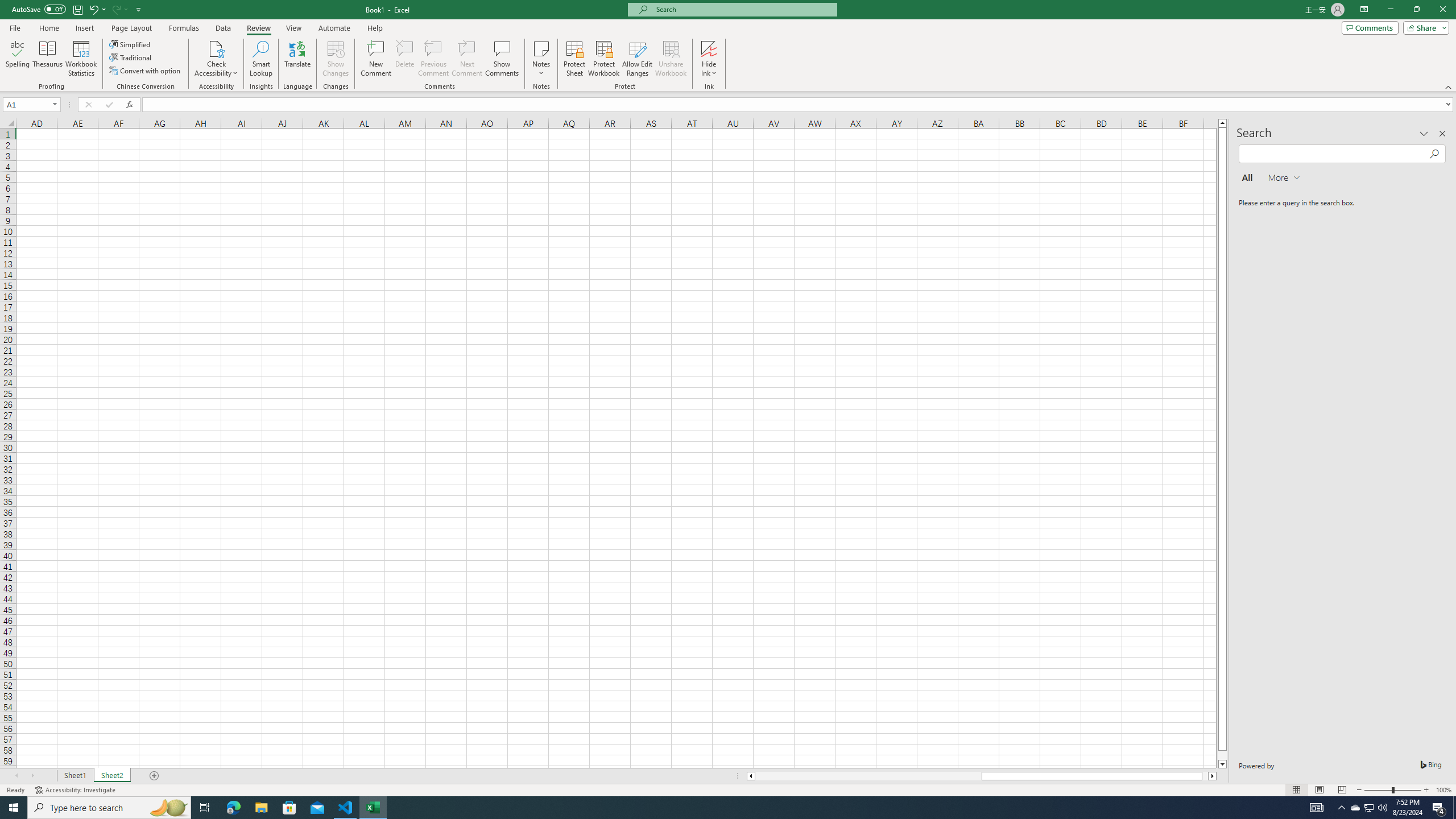 The image size is (1456, 819). Describe the element at coordinates (671, 59) in the screenshot. I see `'Unshare Workbook'` at that location.